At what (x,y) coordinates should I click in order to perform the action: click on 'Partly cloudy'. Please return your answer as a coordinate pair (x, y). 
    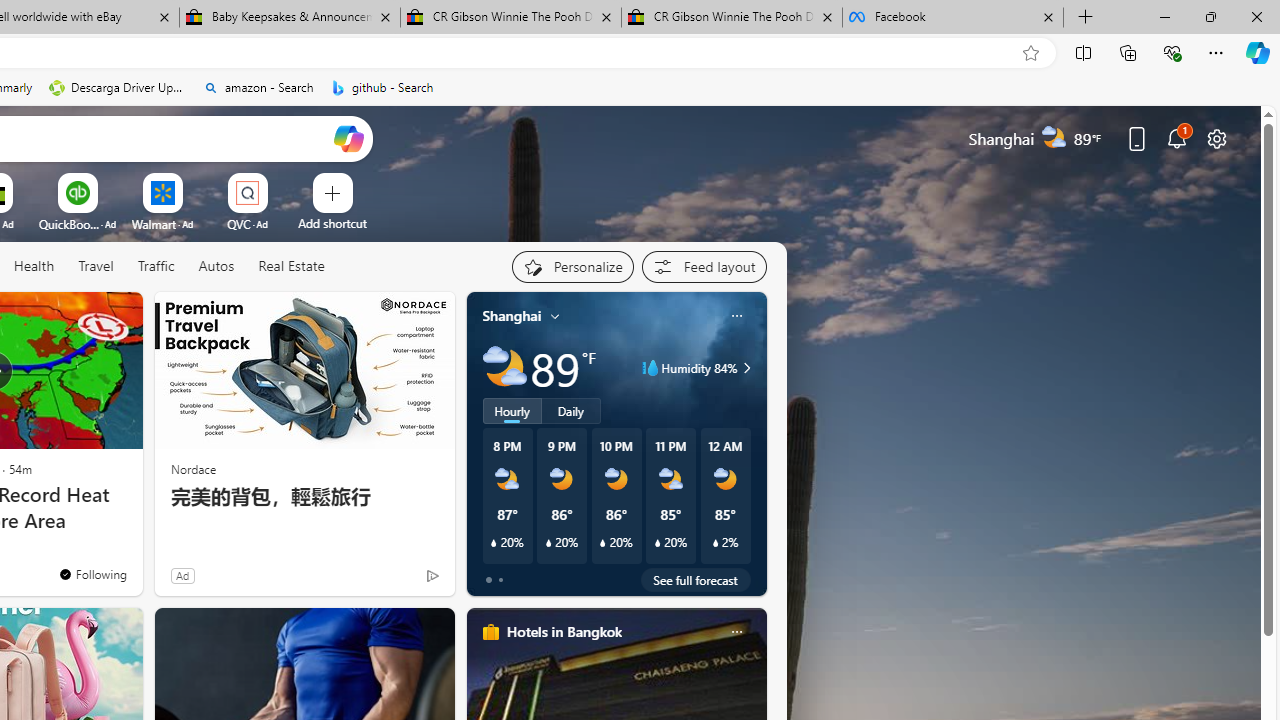
    Looking at the image, I should click on (504, 368).